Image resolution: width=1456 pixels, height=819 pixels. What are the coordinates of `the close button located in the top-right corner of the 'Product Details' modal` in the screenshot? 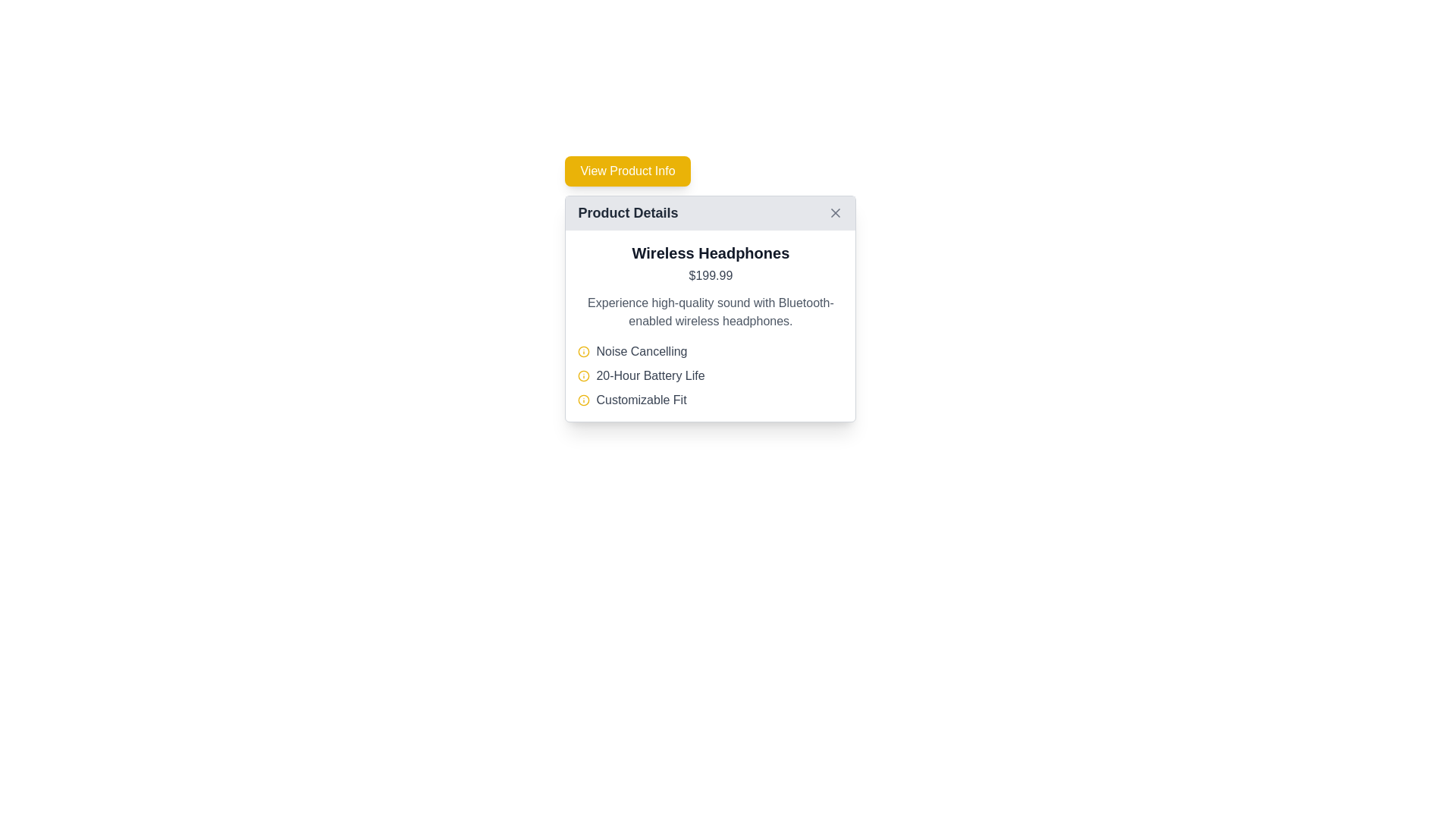 It's located at (835, 213).